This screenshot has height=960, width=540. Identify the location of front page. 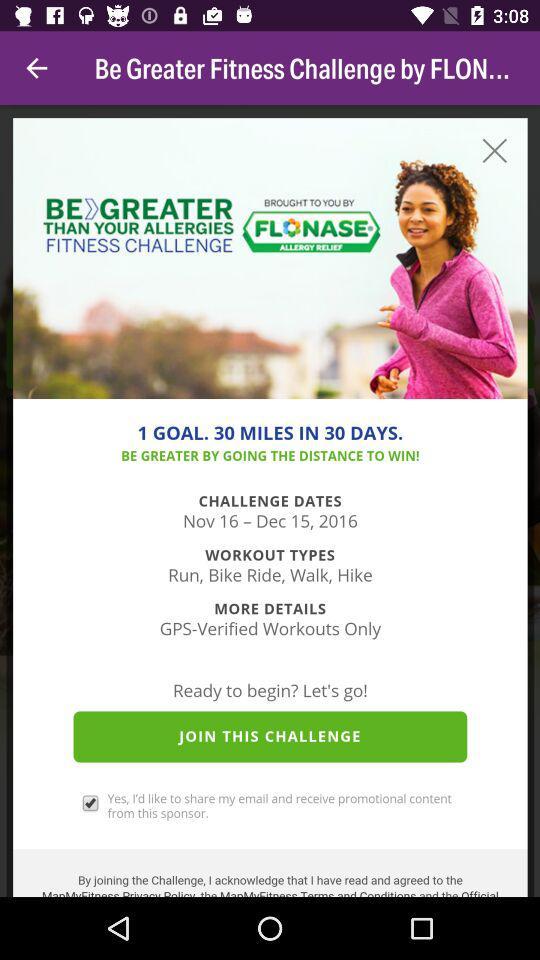
(270, 500).